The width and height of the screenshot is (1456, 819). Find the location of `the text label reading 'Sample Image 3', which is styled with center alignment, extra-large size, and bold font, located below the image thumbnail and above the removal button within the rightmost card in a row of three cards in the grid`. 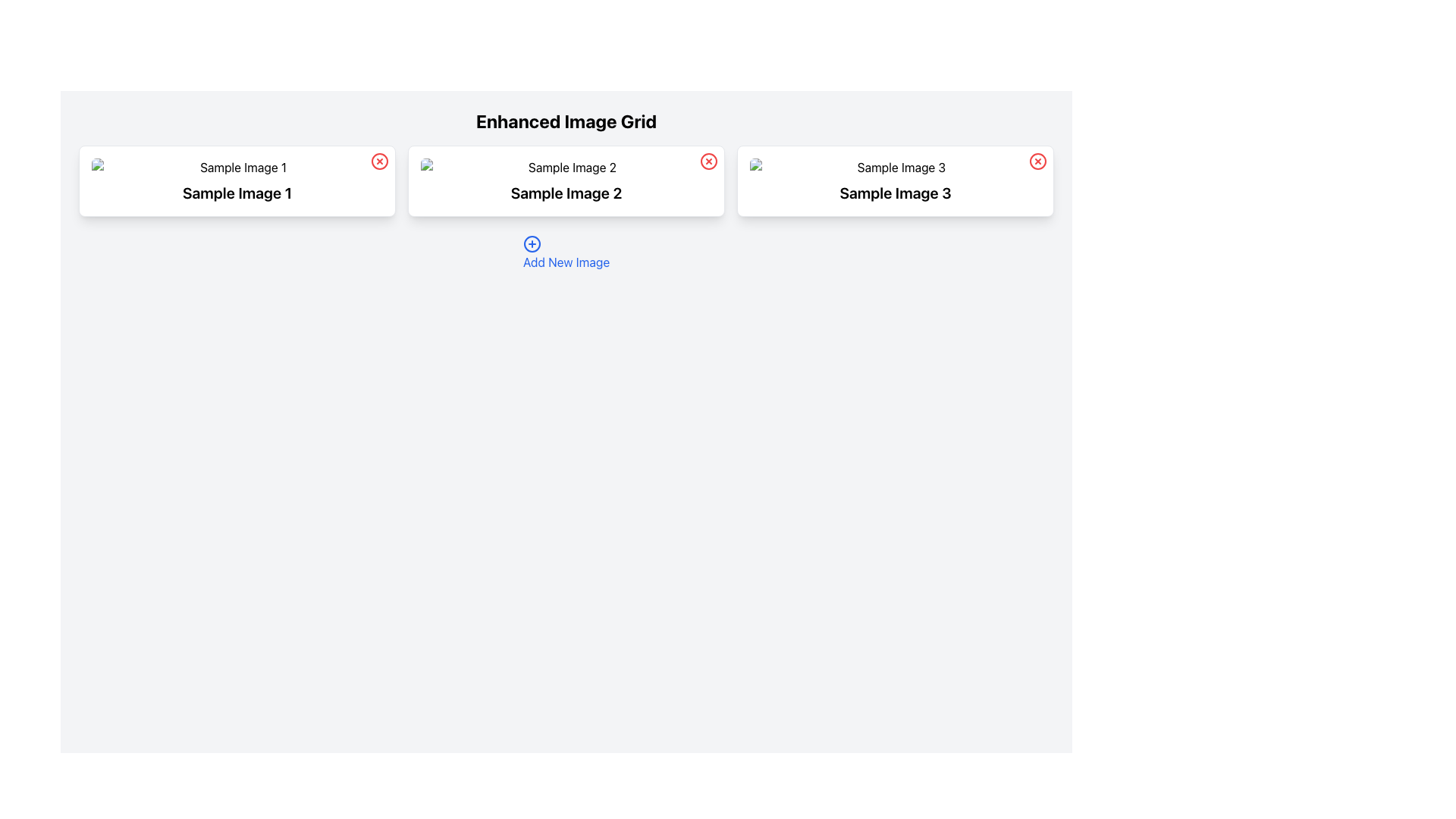

the text label reading 'Sample Image 3', which is styled with center alignment, extra-large size, and bold font, located below the image thumbnail and above the removal button within the rightmost card in a row of three cards in the grid is located at coordinates (895, 192).